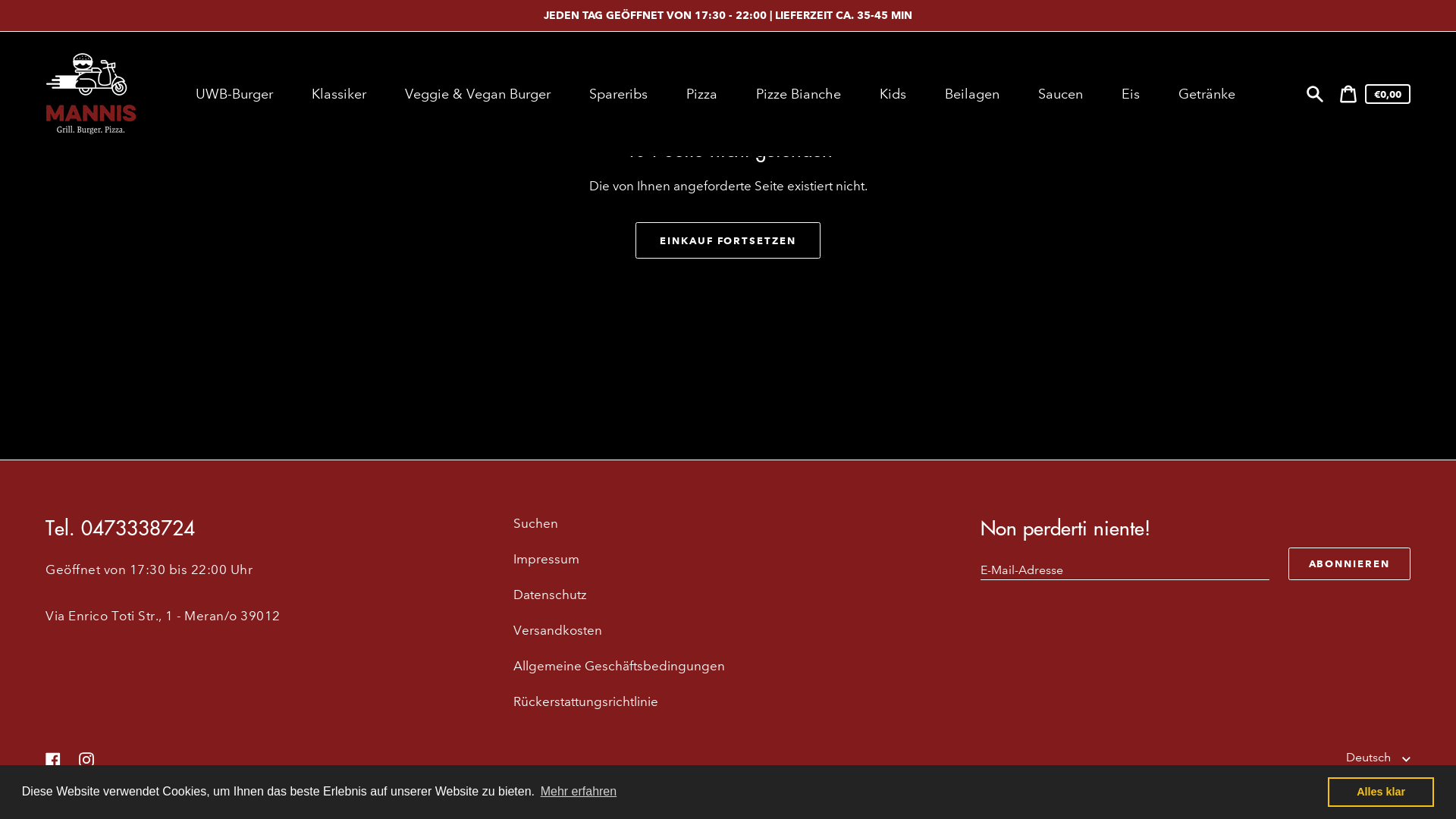 Image resolution: width=1456 pixels, height=819 pixels. I want to click on 'Suchen', so click(1313, 93).